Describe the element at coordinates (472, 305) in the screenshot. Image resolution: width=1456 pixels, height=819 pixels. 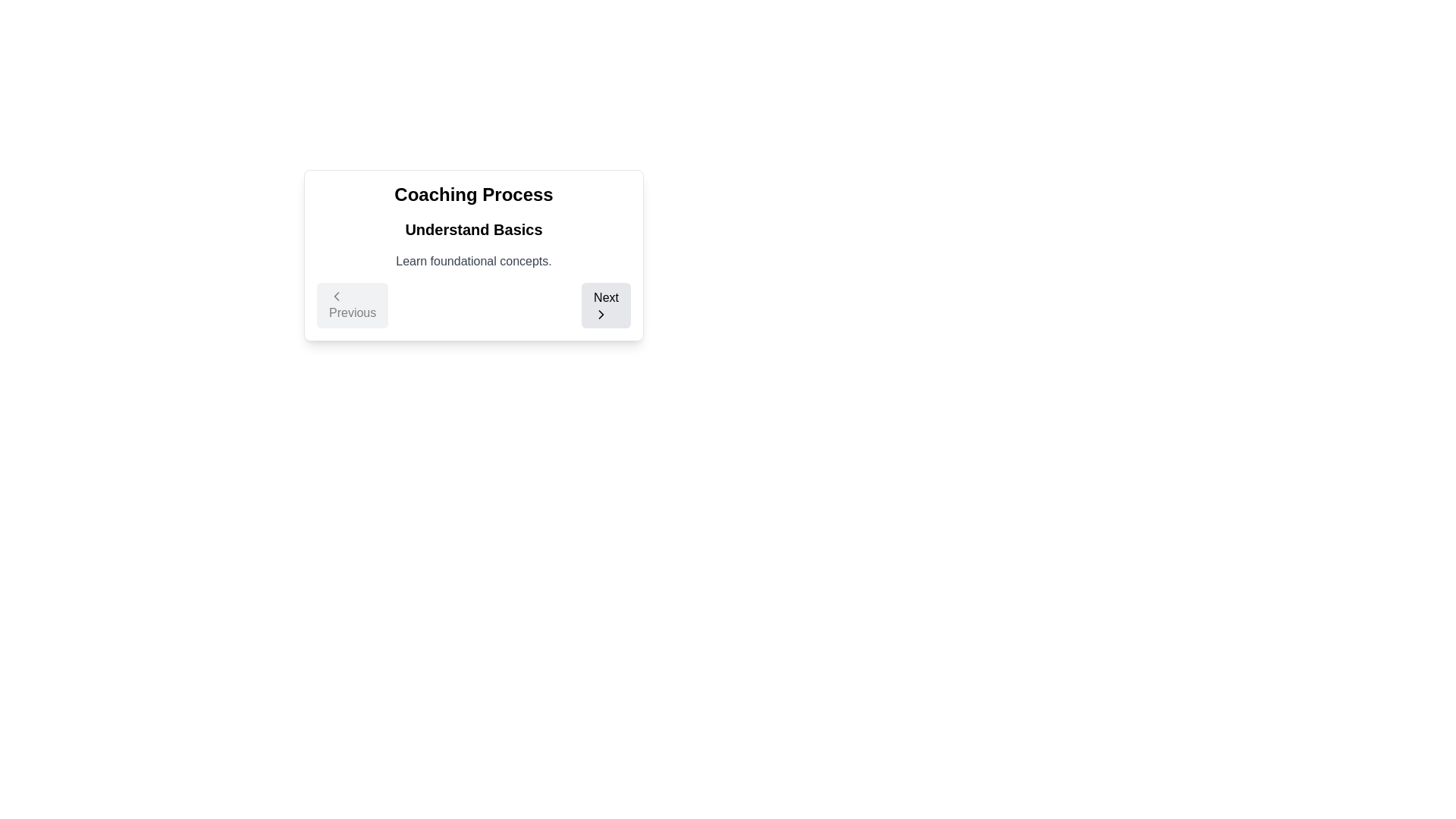
I see `the navigation bar containing 'Previous' and 'Next' buttons` at that location.